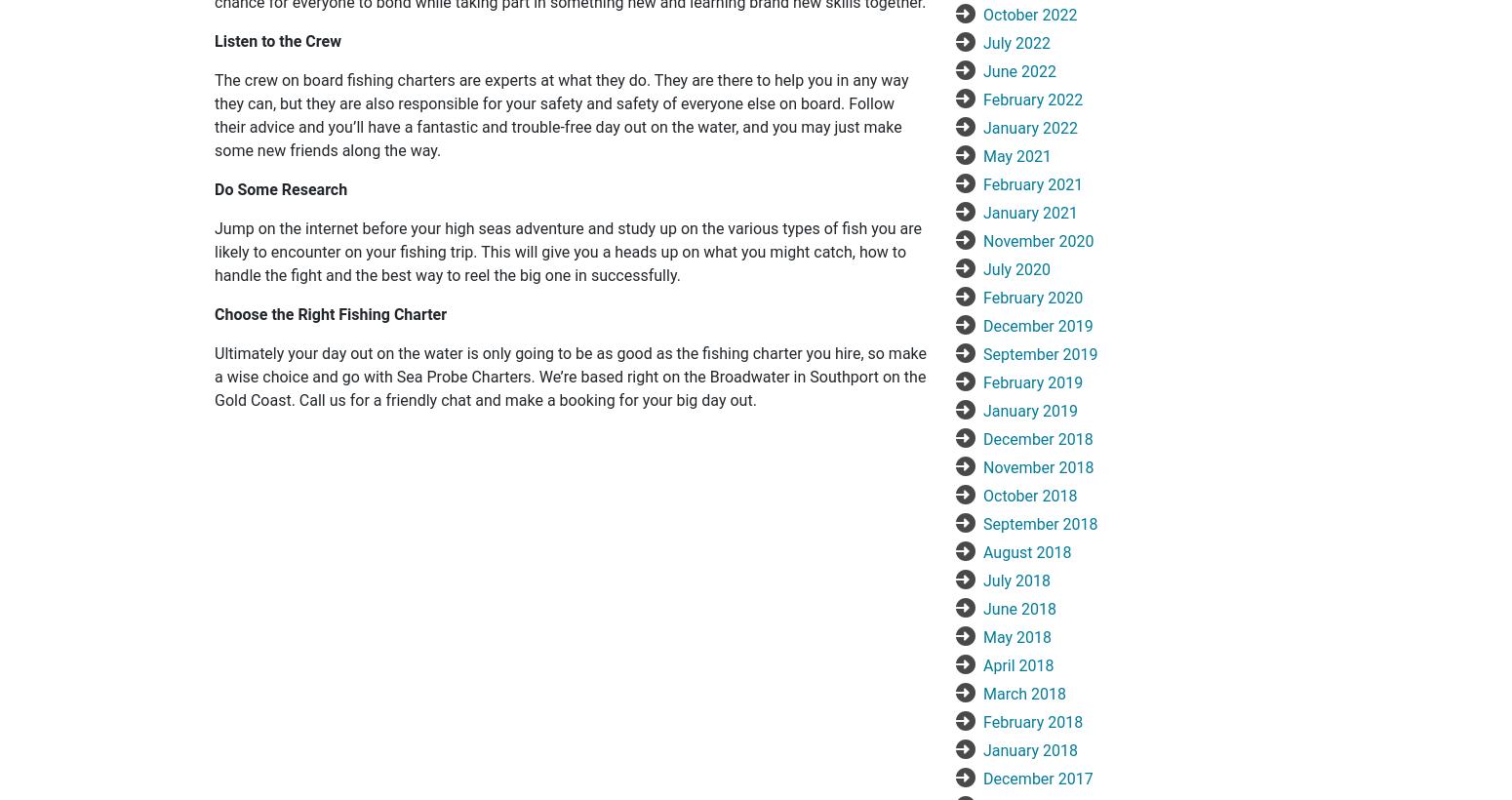 The height and width of the screenshot is (800, 1512). I want to click on 'February 2020', so click(1032, 297).